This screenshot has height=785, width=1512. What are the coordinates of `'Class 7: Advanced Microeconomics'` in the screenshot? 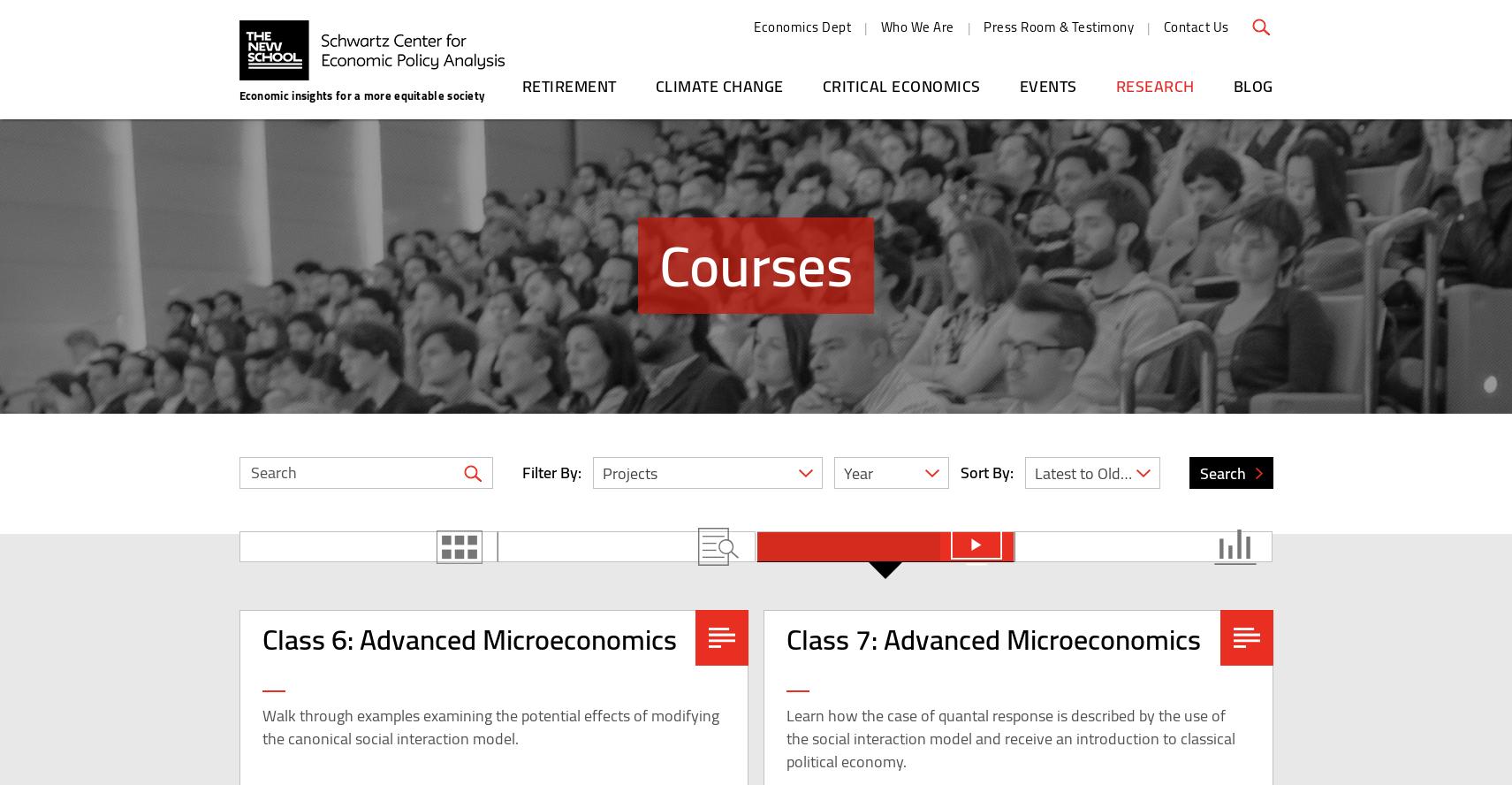 It's located at (993, 667).